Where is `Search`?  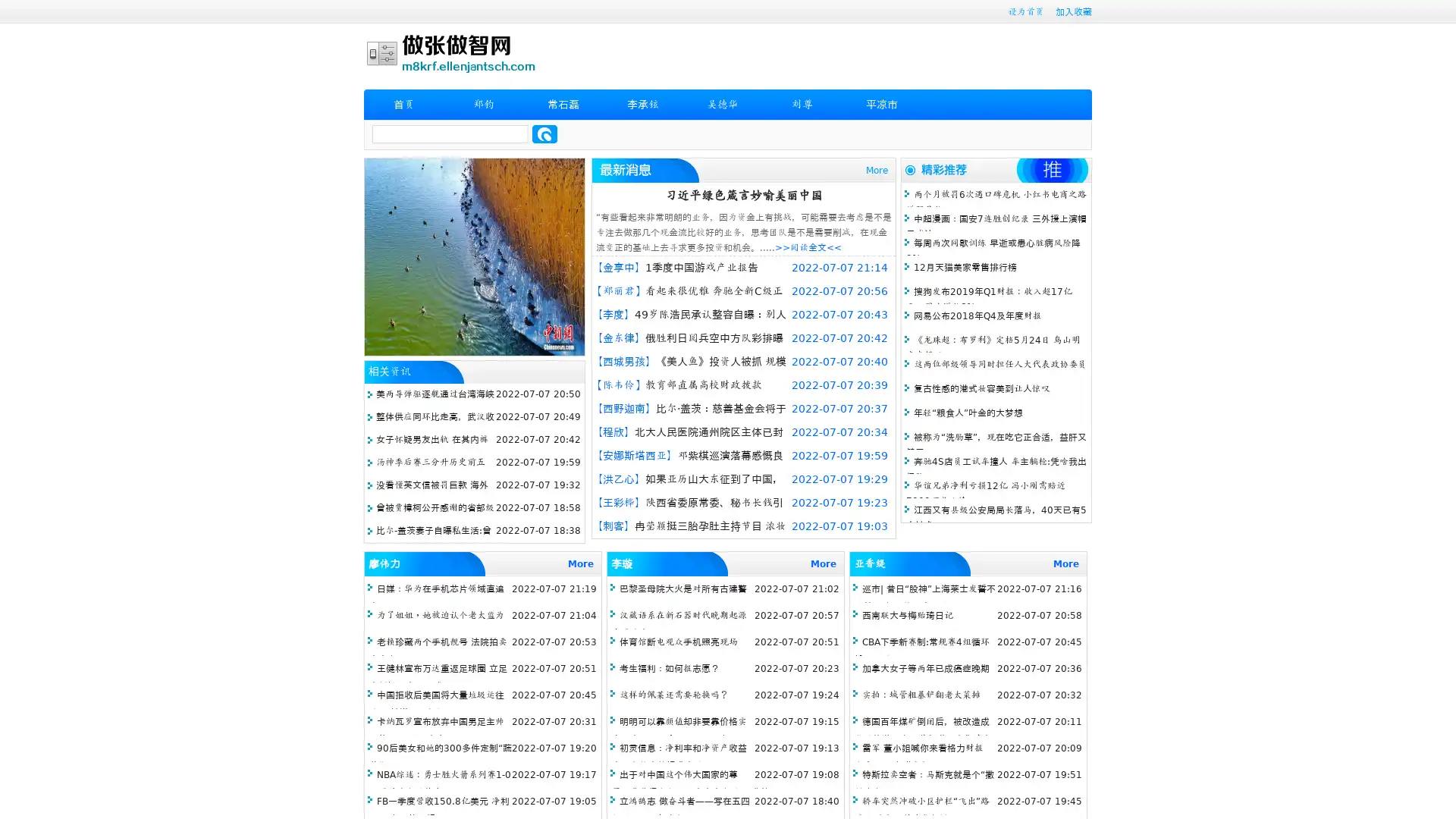 Search is located at coordinates (544, 133).